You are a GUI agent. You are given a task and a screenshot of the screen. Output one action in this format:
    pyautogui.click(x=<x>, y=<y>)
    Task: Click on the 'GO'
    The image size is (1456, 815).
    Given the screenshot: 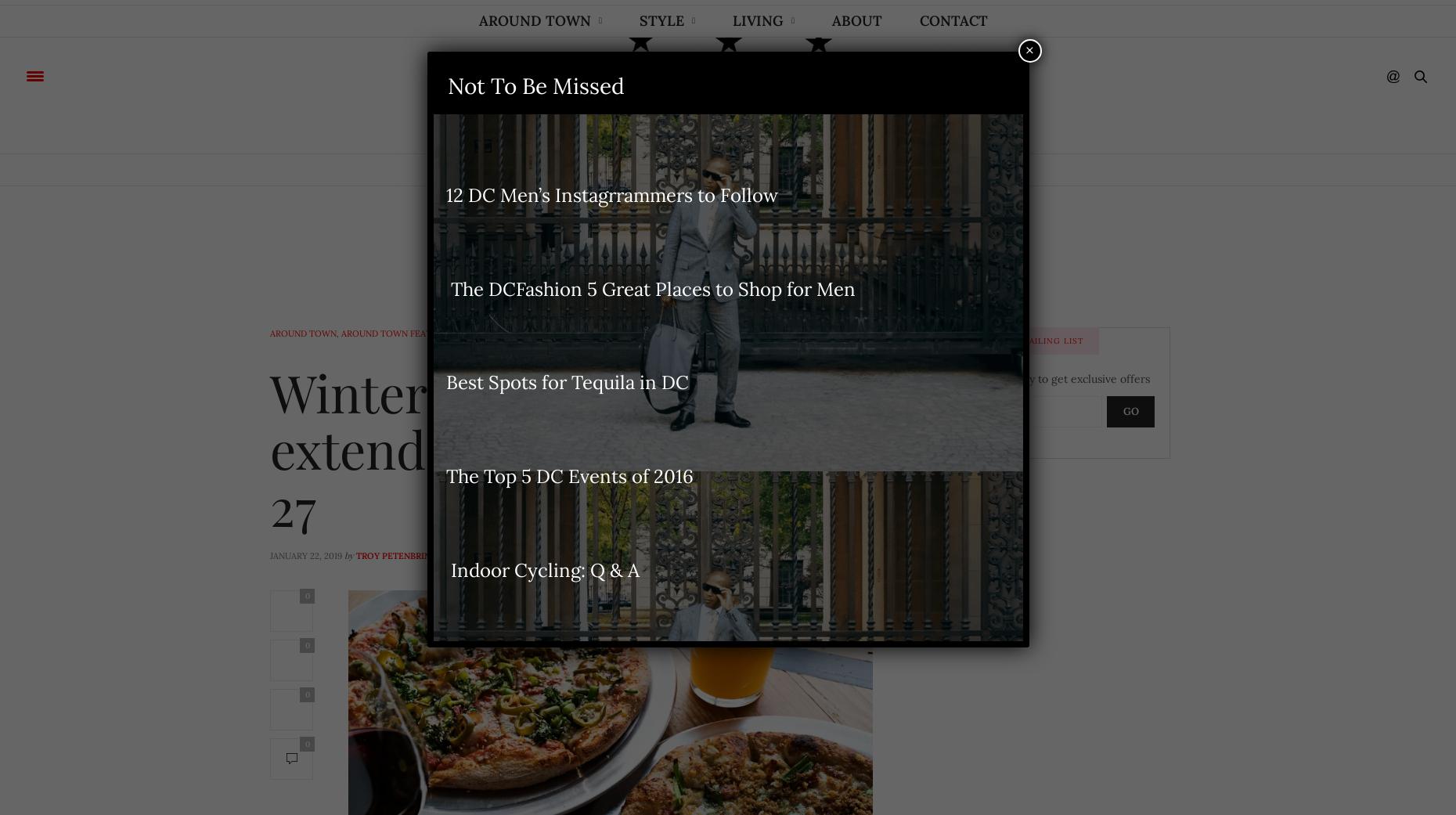 What is the action you would take?
    pyautogui.click(x=1129, y=411)
    